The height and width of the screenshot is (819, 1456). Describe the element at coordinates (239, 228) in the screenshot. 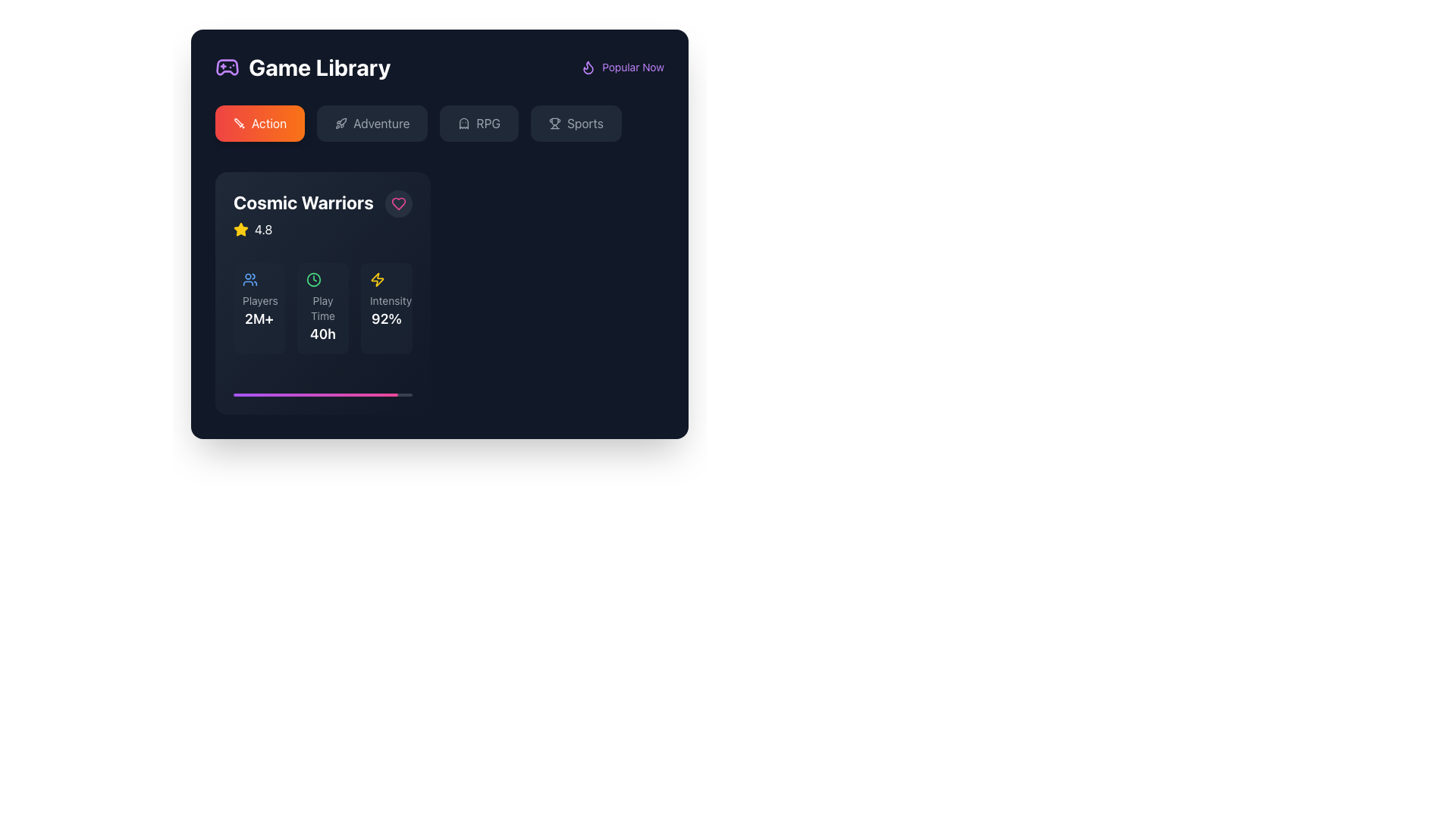

I see `the interactive rating or favorite icon located centrally within the graphic card labeled 'Cosmic Warriors', positioned to the right of the numeric rating '4.8'` at that location.